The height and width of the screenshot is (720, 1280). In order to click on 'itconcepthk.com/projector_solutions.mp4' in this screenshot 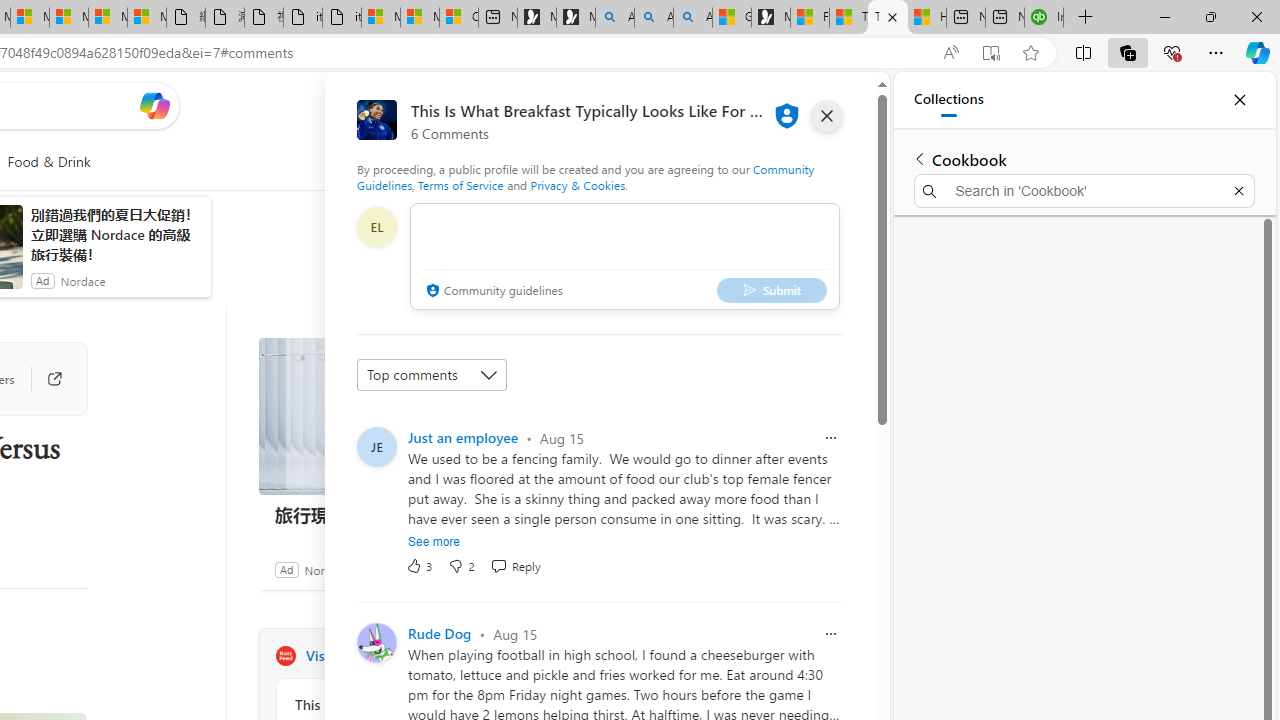, I will do `click(341, 17)`.